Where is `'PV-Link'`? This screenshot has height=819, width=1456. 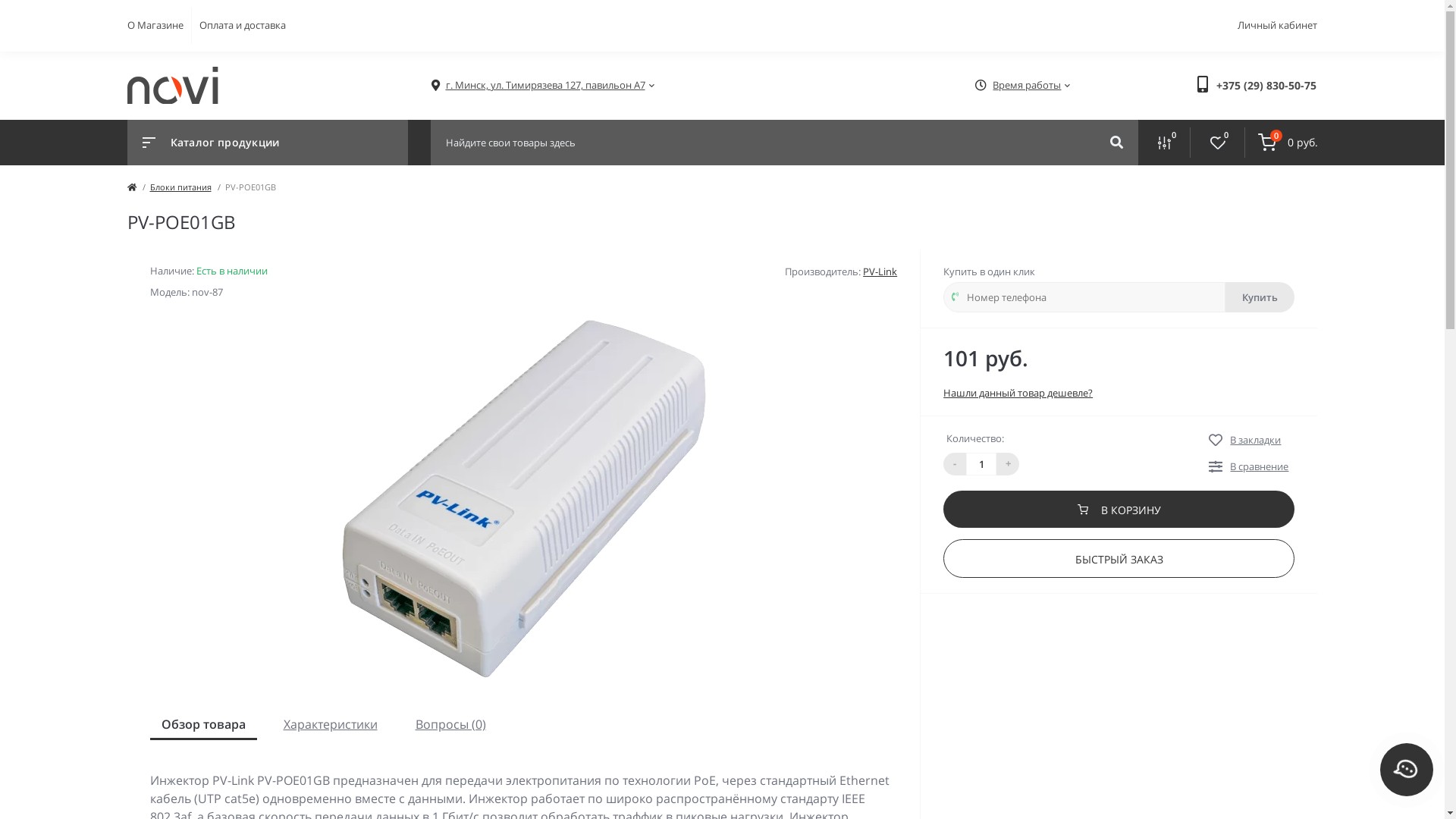 'PV-Link' is located at coordinates (880, 270).